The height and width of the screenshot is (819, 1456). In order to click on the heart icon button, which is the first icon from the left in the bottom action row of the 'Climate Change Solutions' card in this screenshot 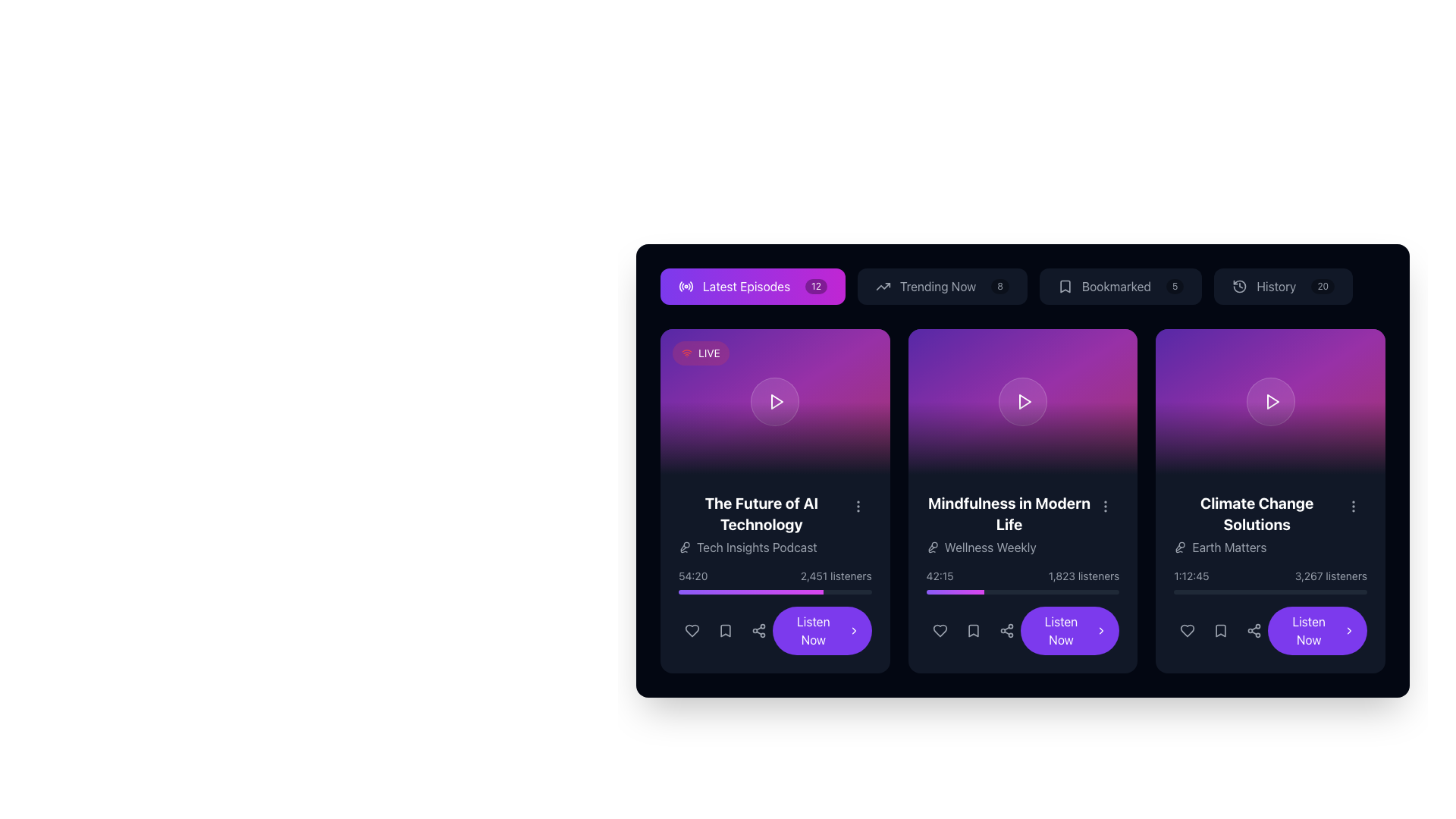, I will do `click(1187, 631)`.